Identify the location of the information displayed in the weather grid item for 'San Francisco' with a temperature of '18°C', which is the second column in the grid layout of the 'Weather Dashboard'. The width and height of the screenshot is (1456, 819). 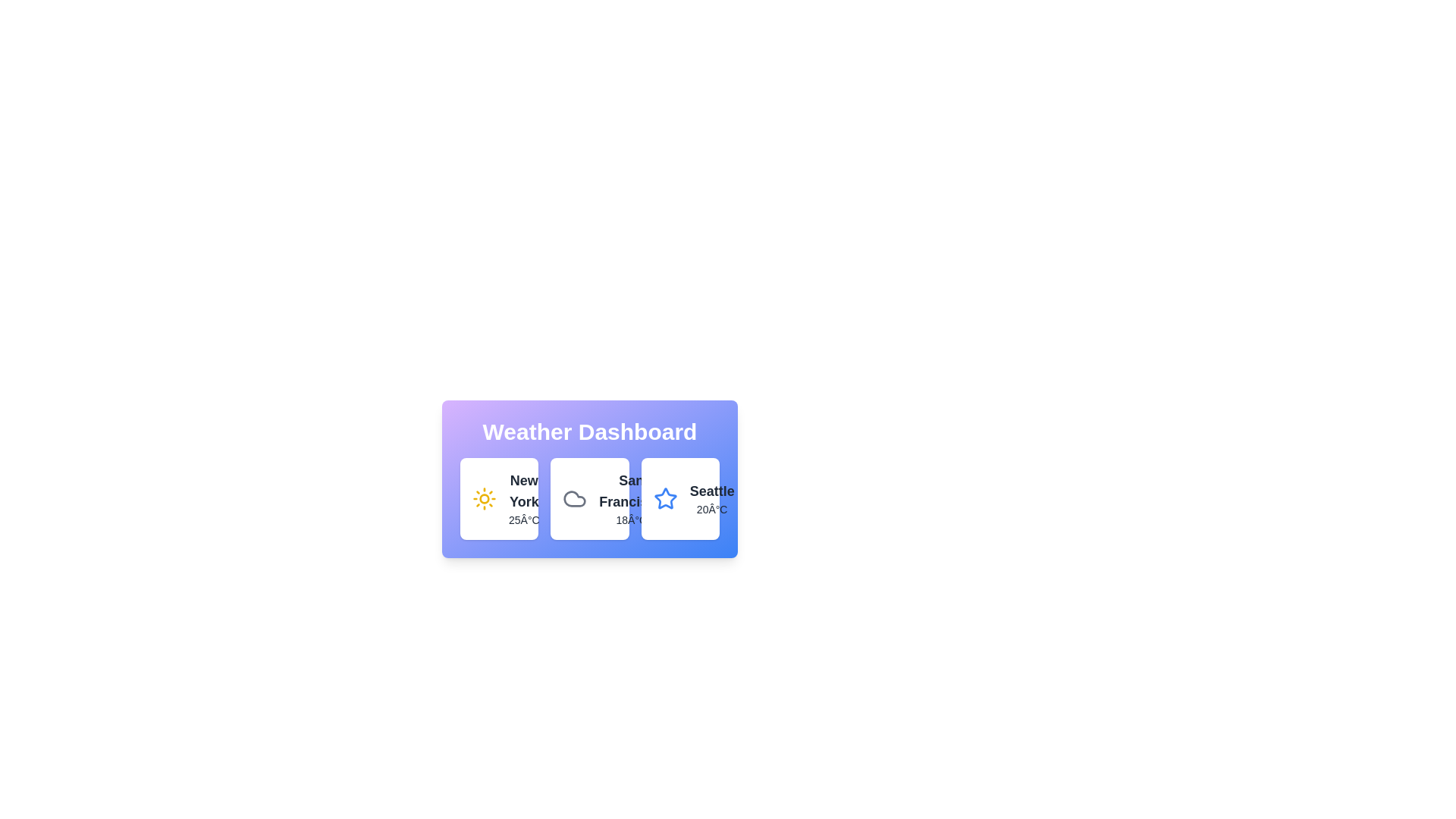
(588, 499).